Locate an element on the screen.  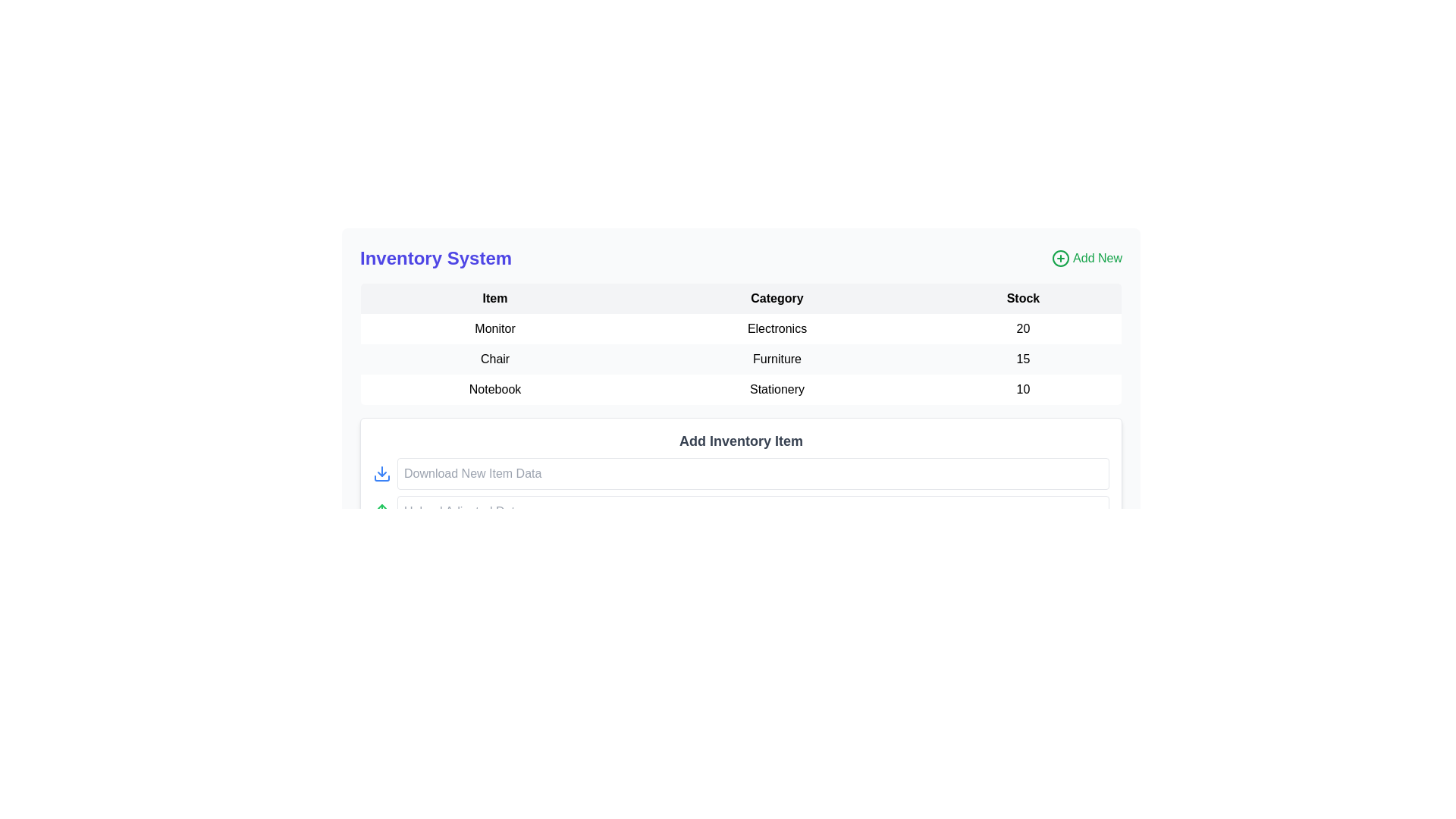
the static text label displaying 'Electronics', which is centered in the 'Category' column of the table row for 'Monitor' is located at coordinates (777, 328).